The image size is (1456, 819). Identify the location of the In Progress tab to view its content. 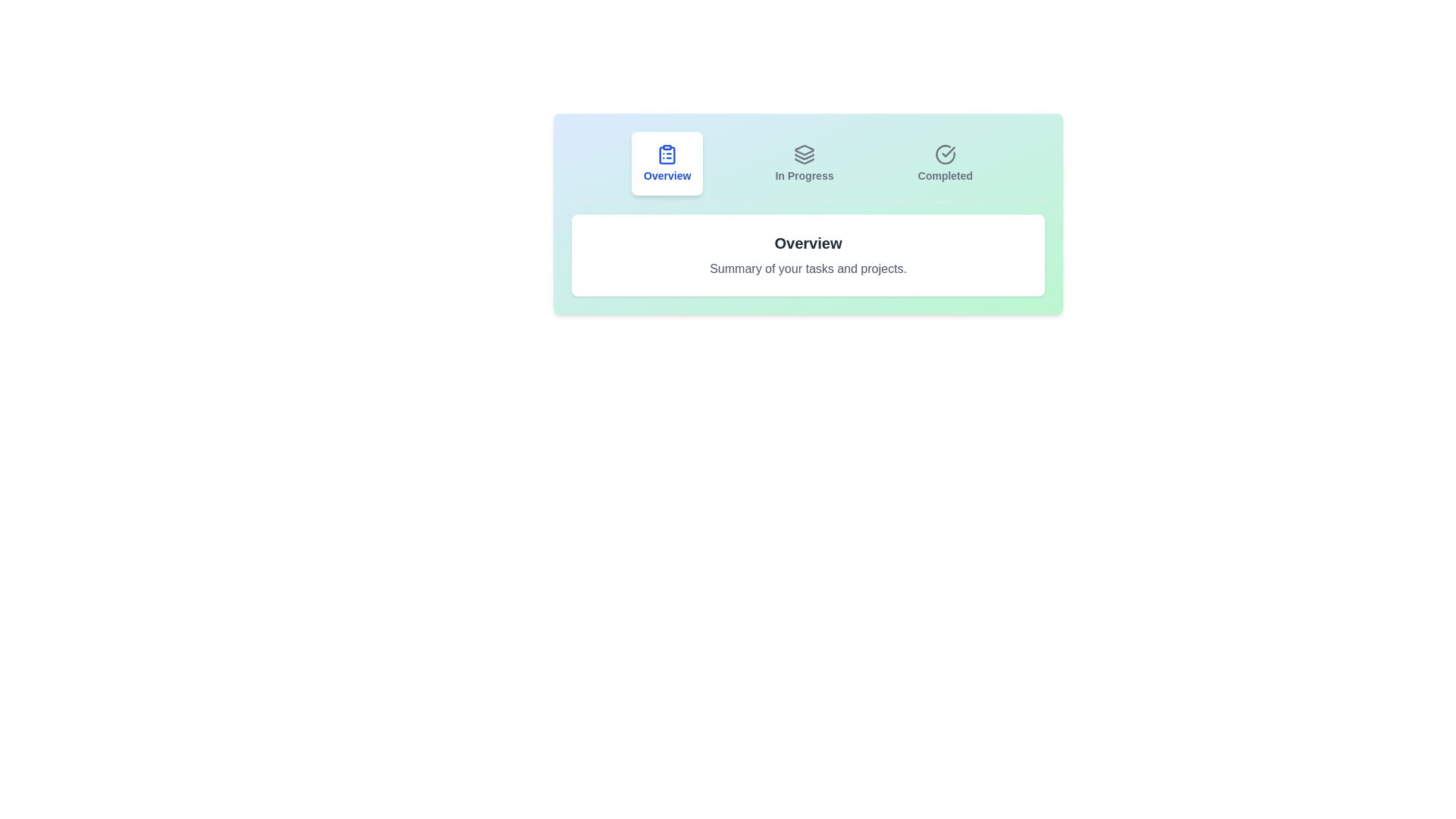
(803, 164).